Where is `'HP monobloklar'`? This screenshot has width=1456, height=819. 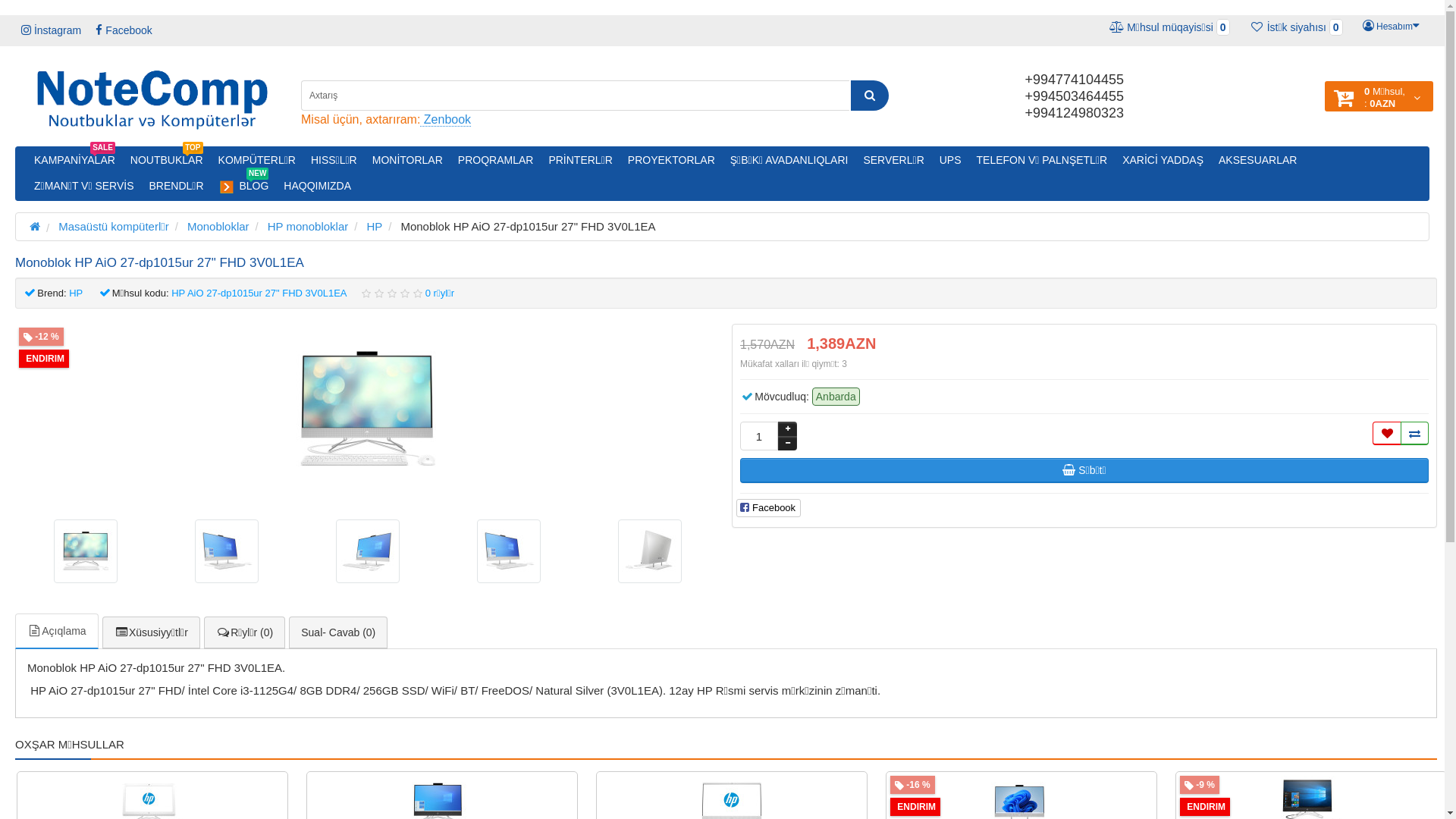
'HP monobloklar' is located at coordinates (268, 226).